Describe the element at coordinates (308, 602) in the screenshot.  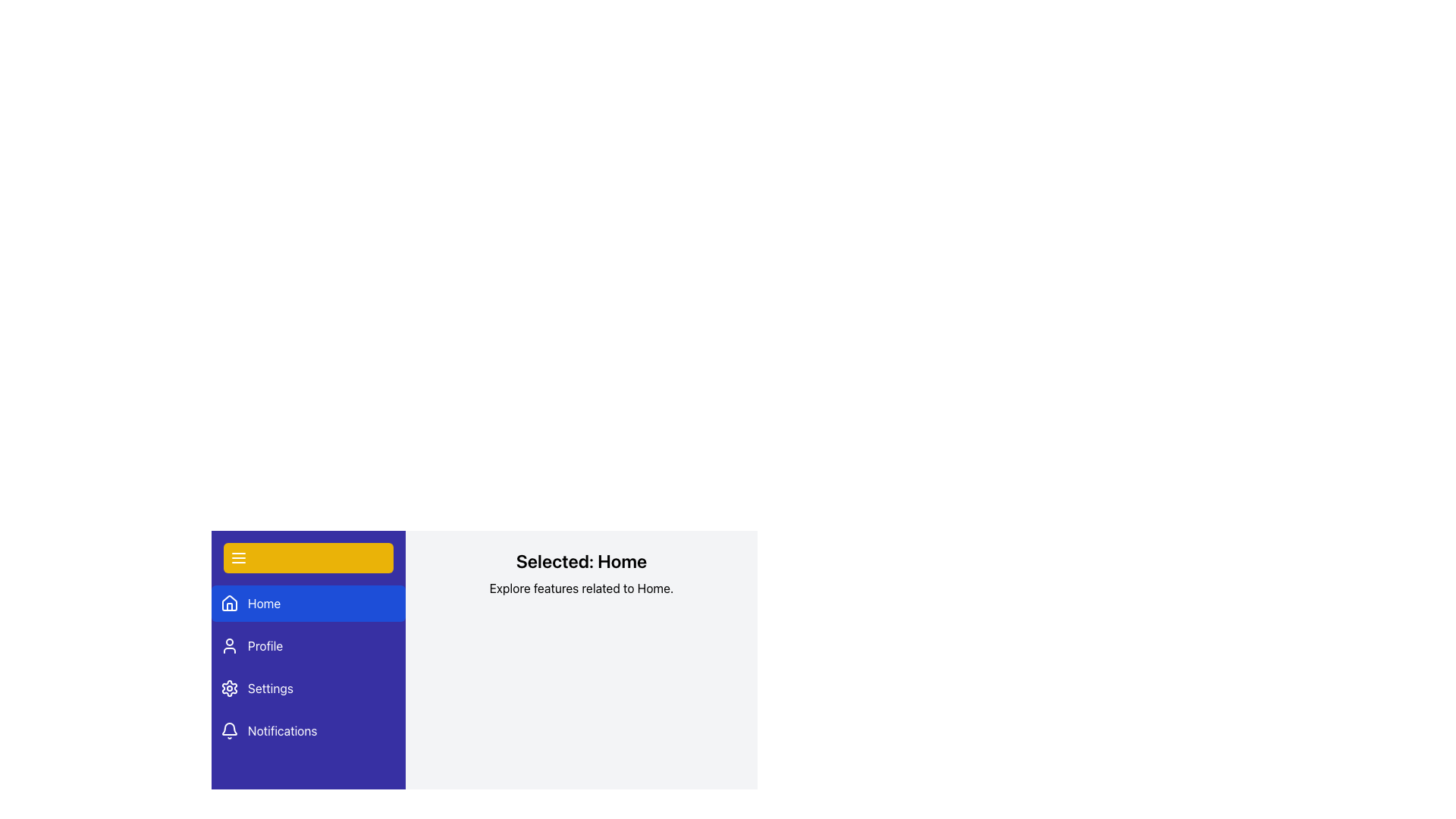
I see `the navigation button labeled 'Home' located at the top of the vertical navigation menu on the left side of the interface` at that location.